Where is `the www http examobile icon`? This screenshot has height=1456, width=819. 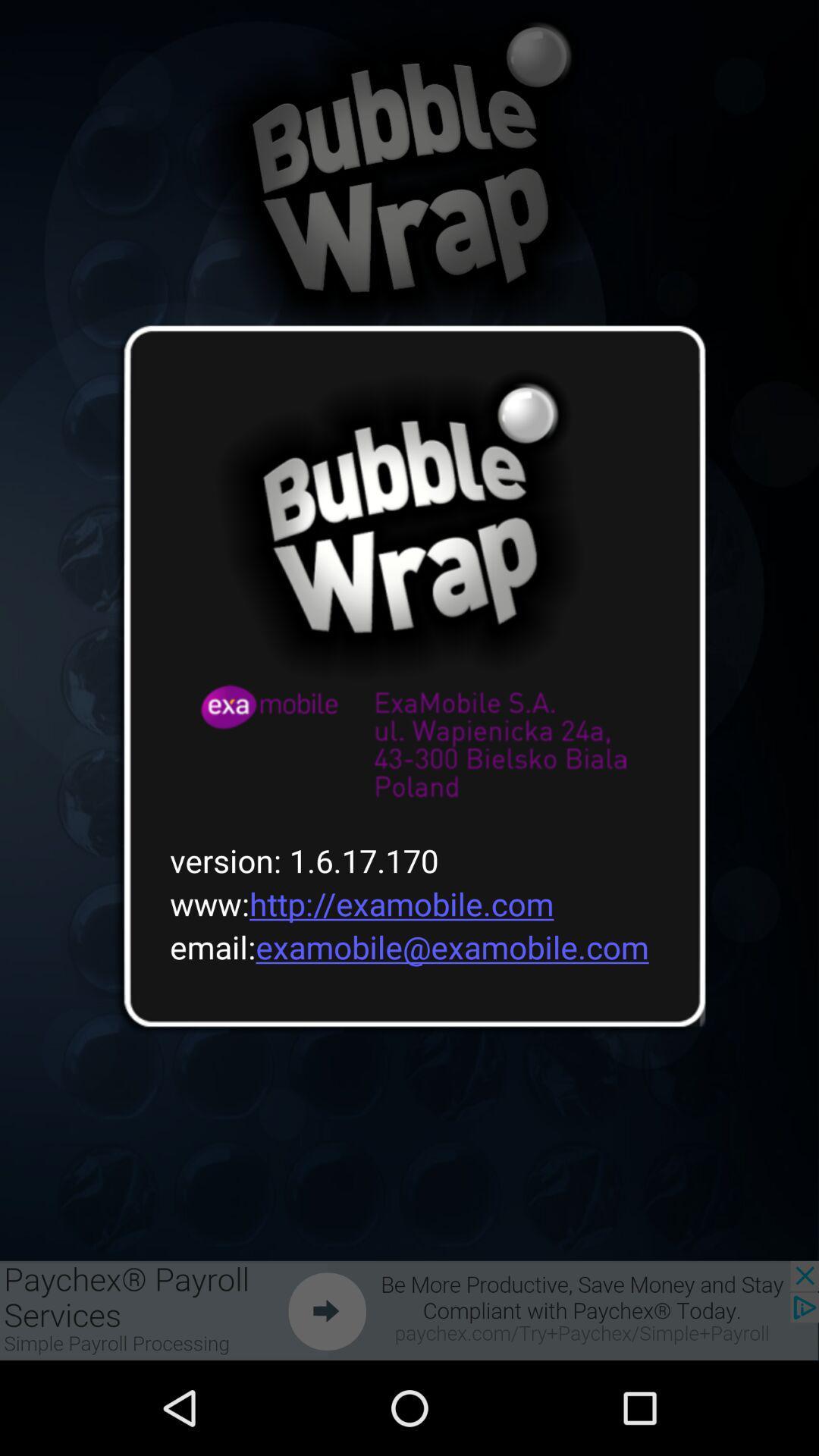
the www http examobile icon is located at coordinates (352, 903).